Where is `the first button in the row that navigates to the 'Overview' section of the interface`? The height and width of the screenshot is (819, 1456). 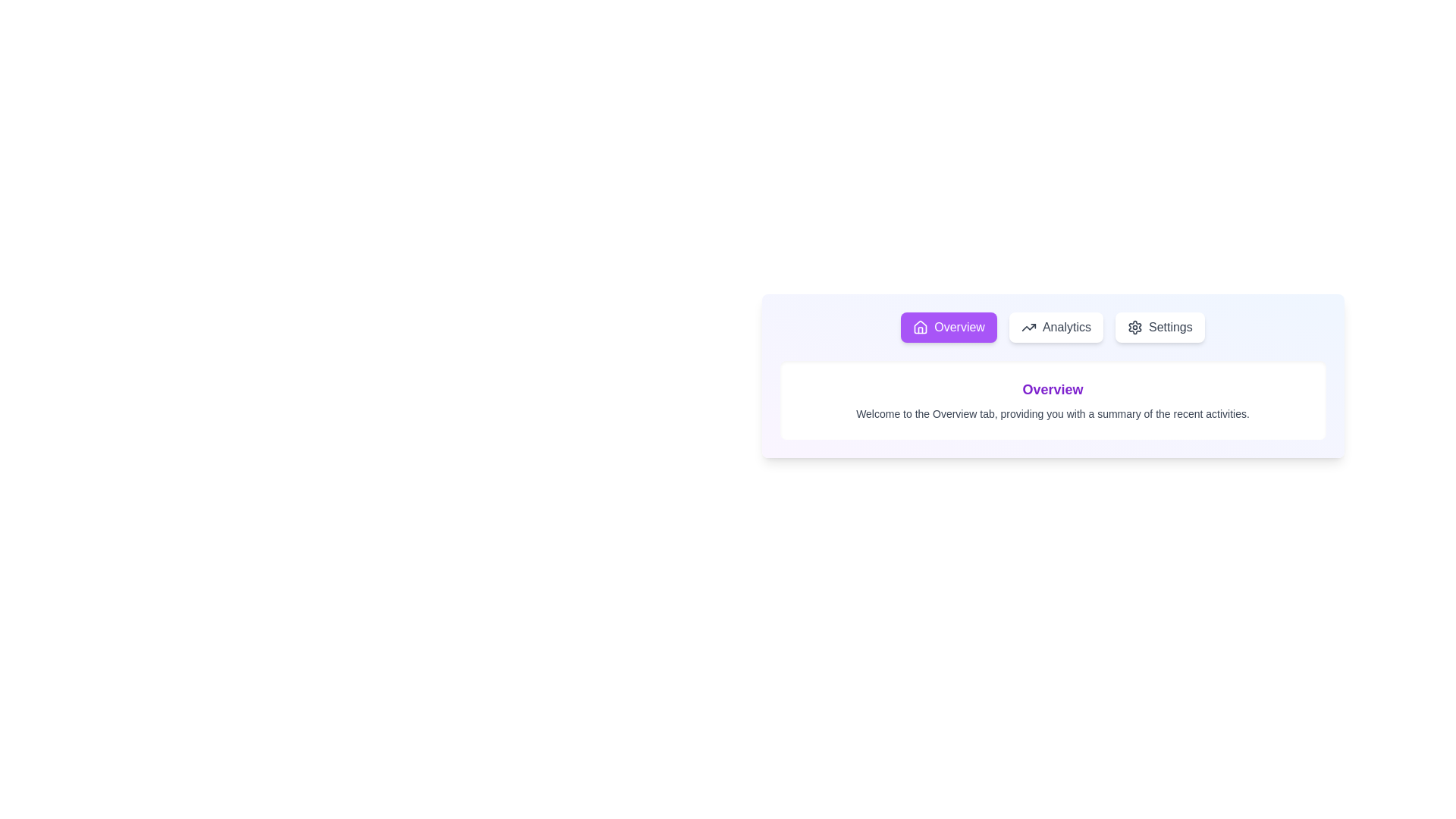 the first button in the row that navigates to the 'Overview' section of the interface is located at coordinates (948, 327).